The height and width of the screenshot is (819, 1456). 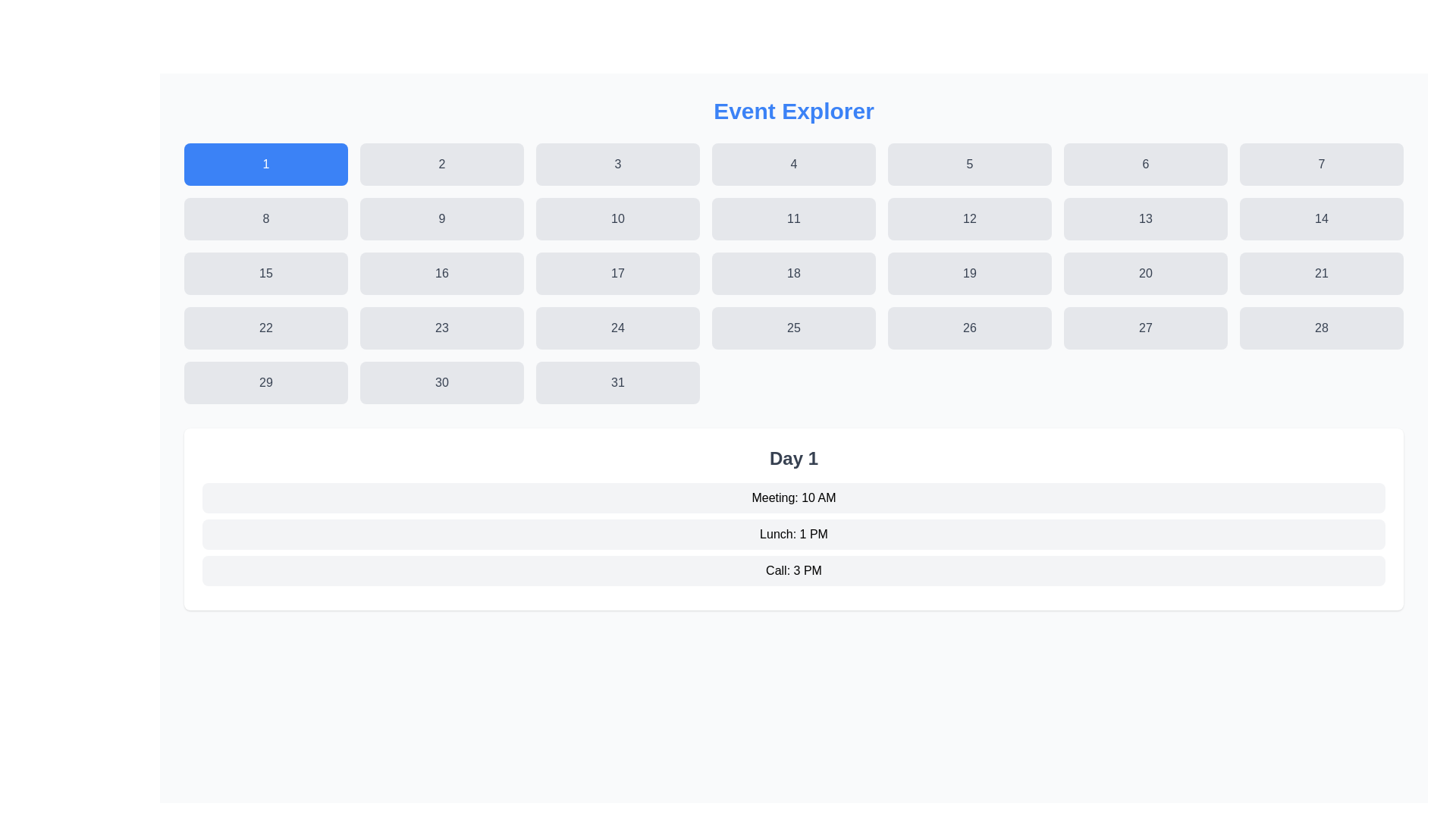 What do you see at coordinates (618, 164) in the screenshot?
I see `the selectable day button representing day '3'` at bounding box center [618, 164].